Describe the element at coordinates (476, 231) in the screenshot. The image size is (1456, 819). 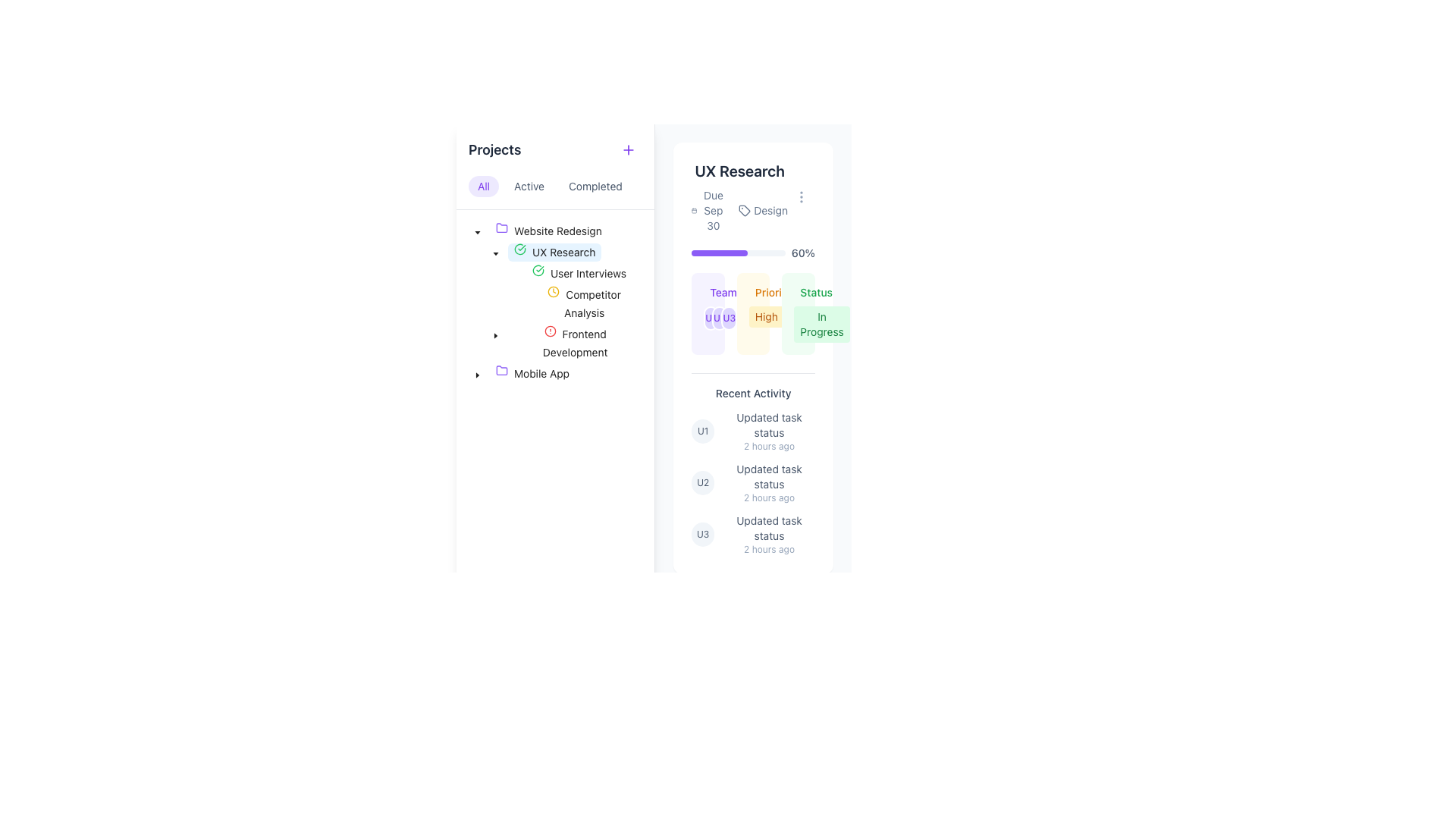
I see `the toggle button represented by a downward-facing arrow beside 'Website Redesign' for navigation purposes` at that location.